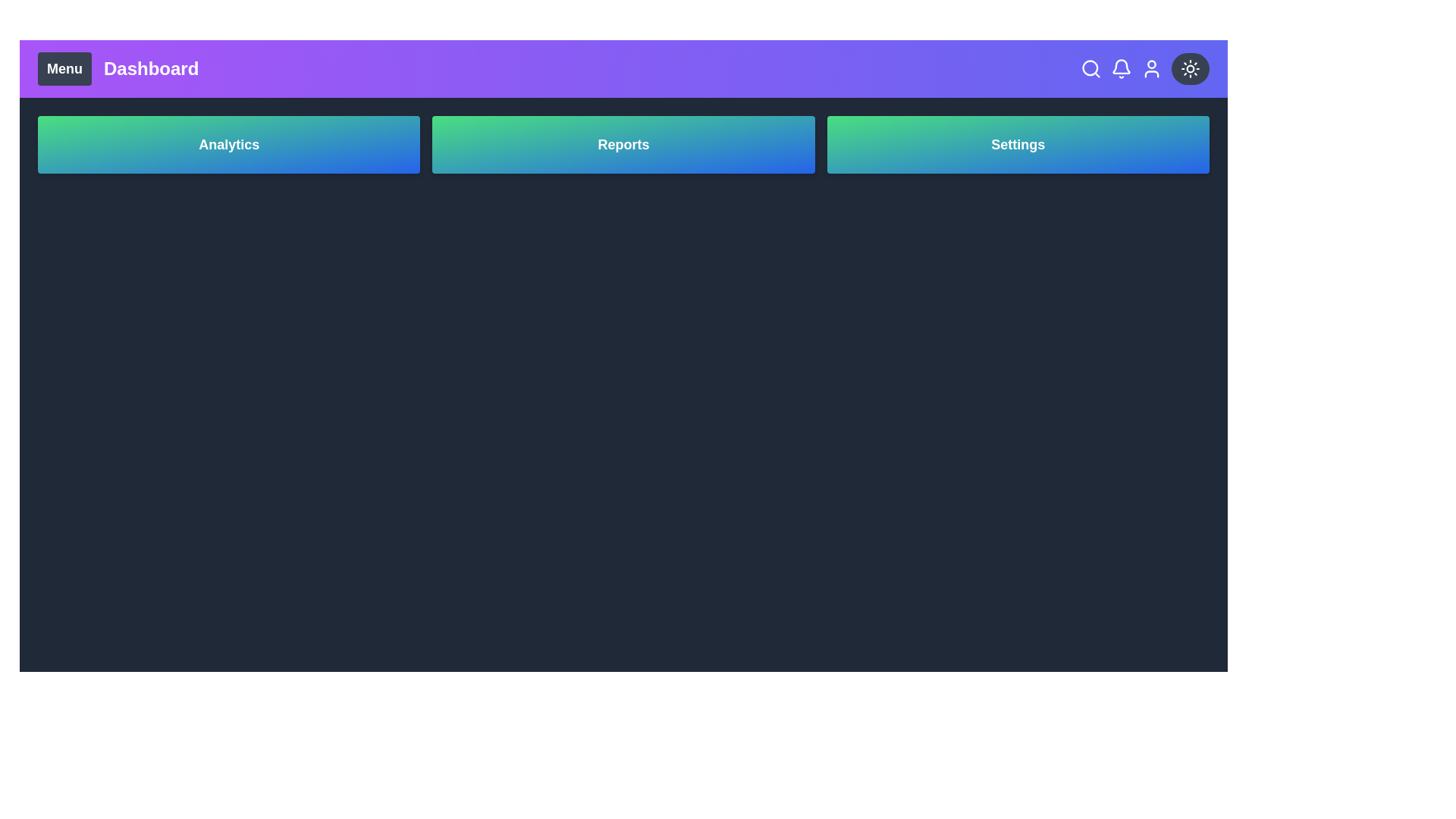 The image size is (1456, 819). I want to click on the 'Analytics' card to navigate to the Analytics section, so click(228, 145).